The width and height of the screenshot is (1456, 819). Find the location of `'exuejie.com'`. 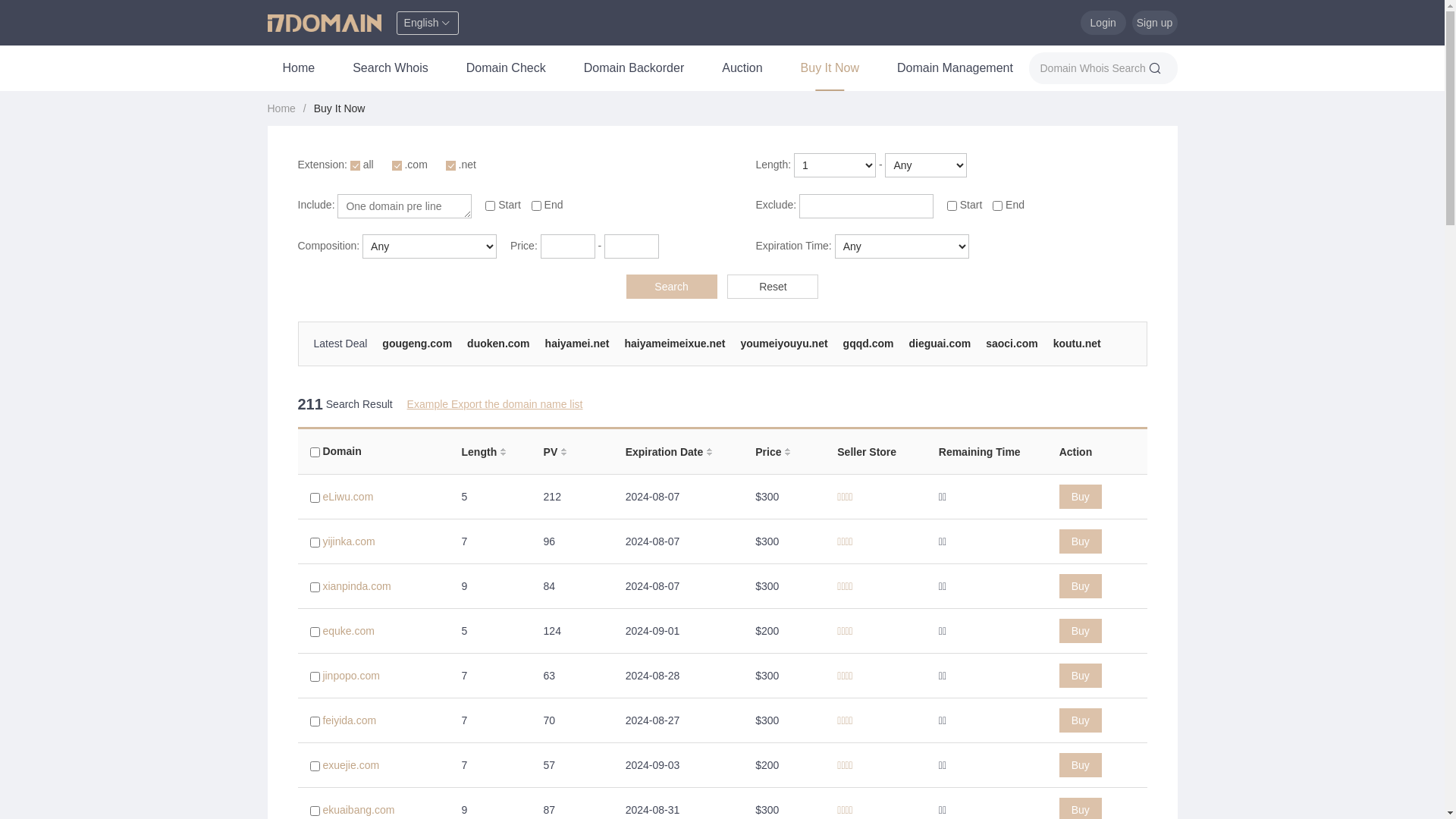

'exuejie.com' is located at coordinates (350, 765).